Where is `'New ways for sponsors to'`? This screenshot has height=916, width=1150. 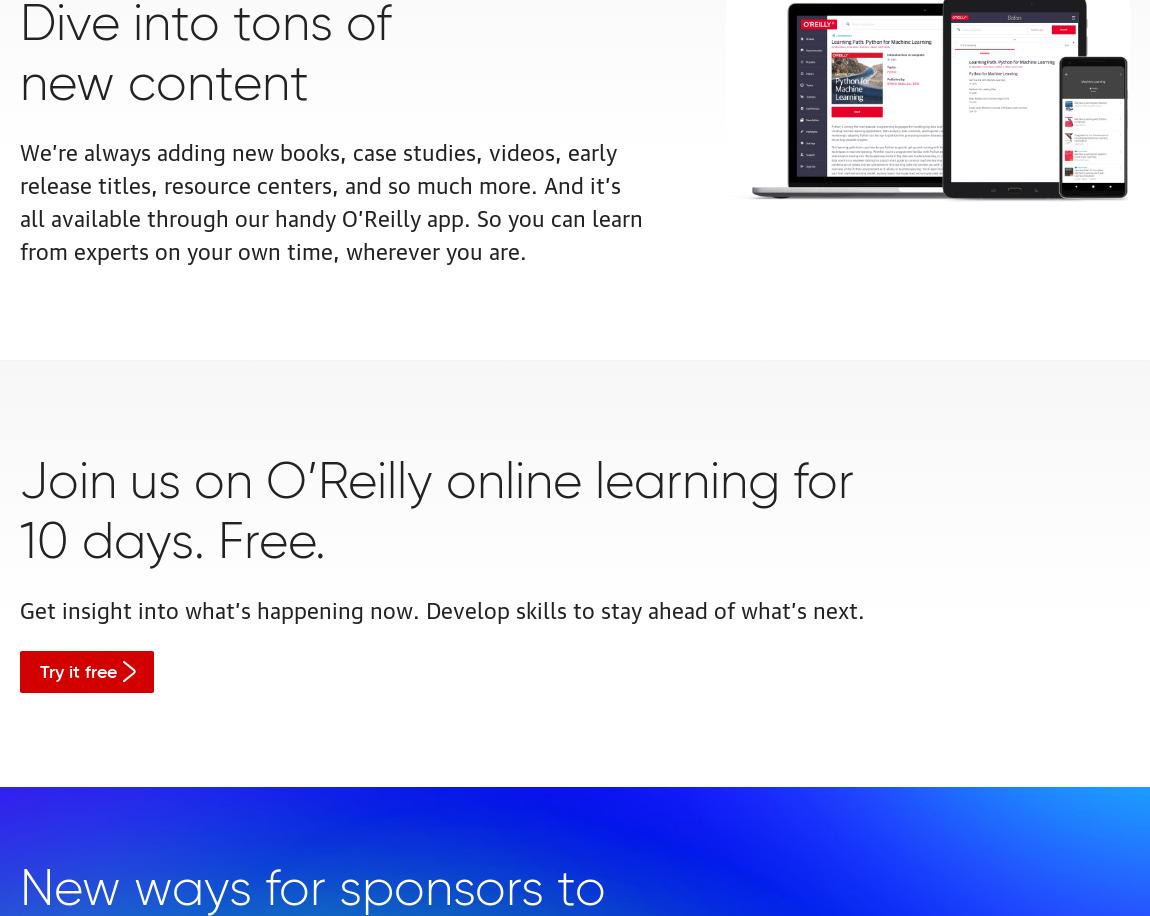
'New ways for sponsors to' is located at coordinates (313, 888).